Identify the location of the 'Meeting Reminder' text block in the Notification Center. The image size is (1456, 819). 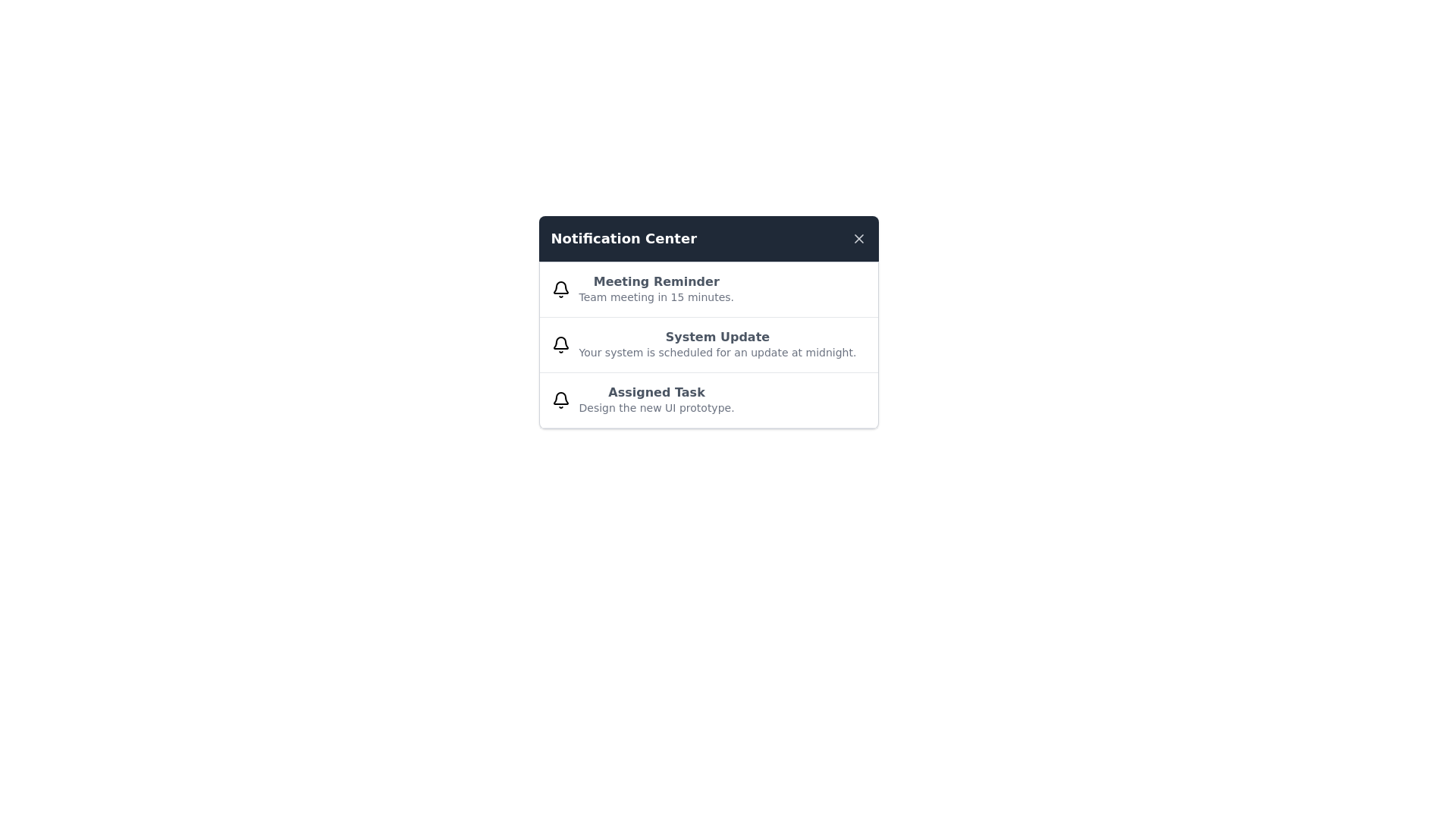
(656, 289).